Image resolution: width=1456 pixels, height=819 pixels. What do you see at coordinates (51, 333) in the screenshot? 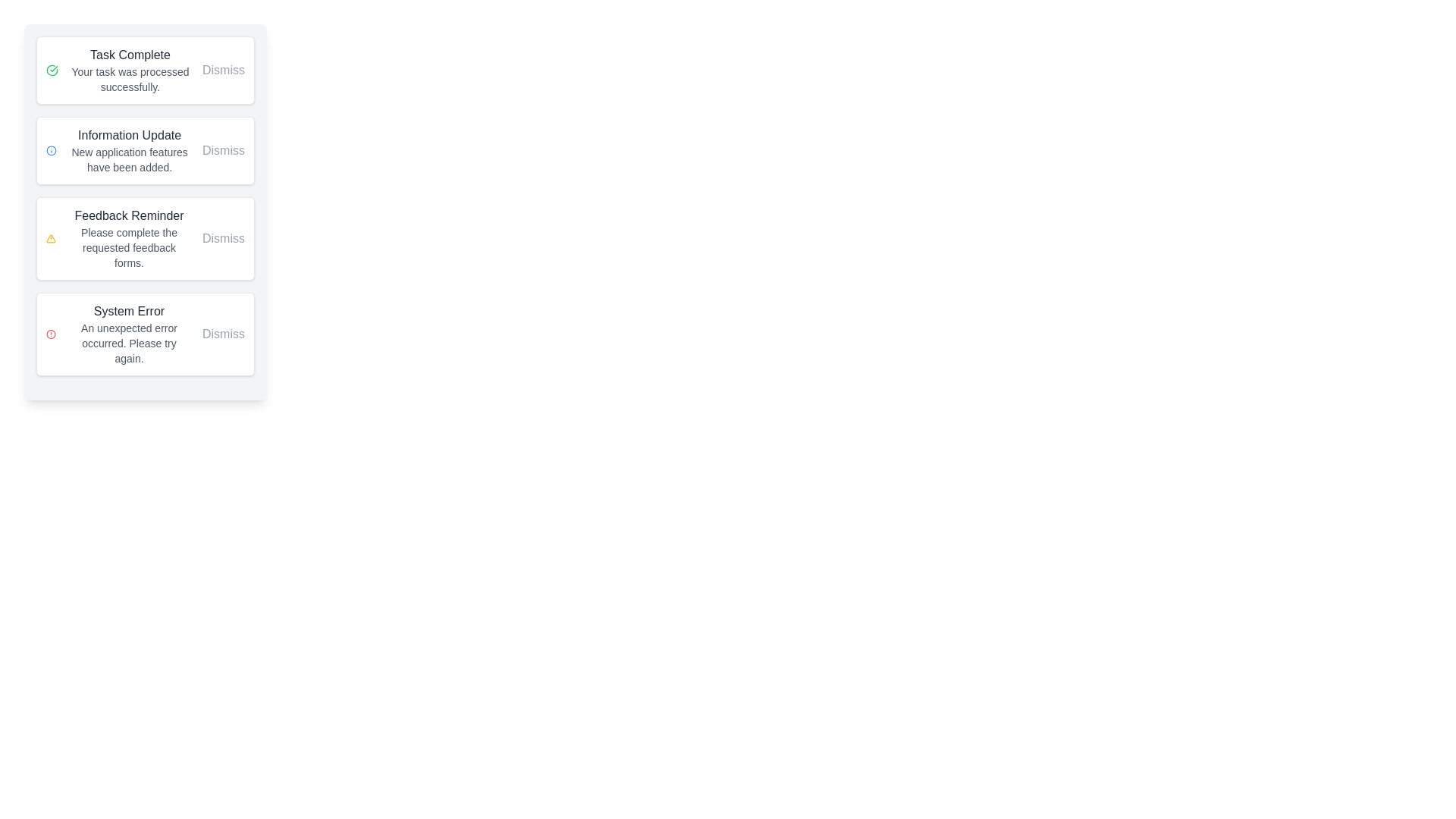
I see `the SVG circle shape that visually represents a border of a warning or error icon, located within the 'System Error' notification card, fourth in the list from the top` at bounding box center [51, 333].